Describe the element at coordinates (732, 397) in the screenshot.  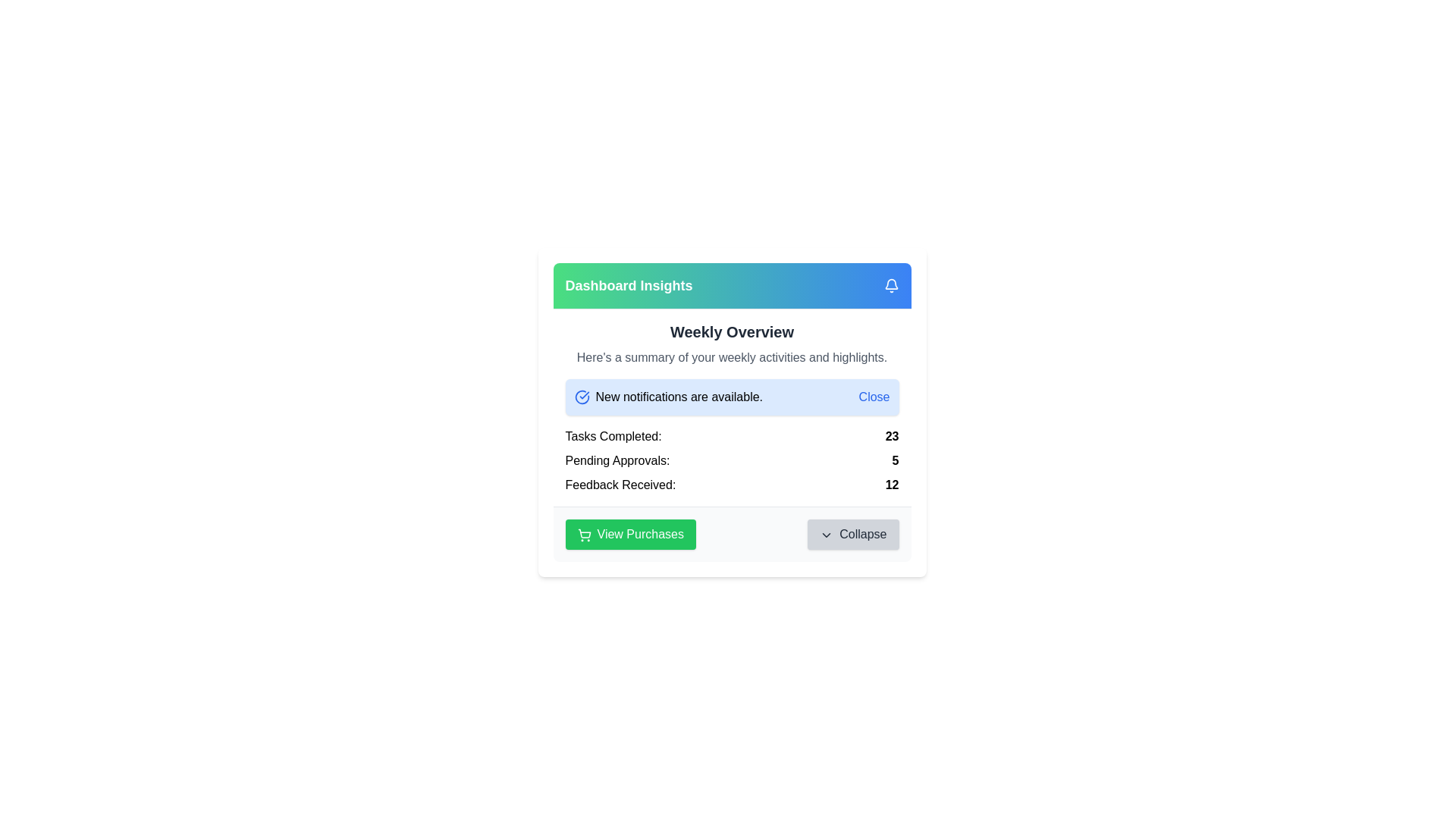
I see `the Notification banner located beneath the title 'Weekly Overview' that contains a dismiss button for alerts` at that location.